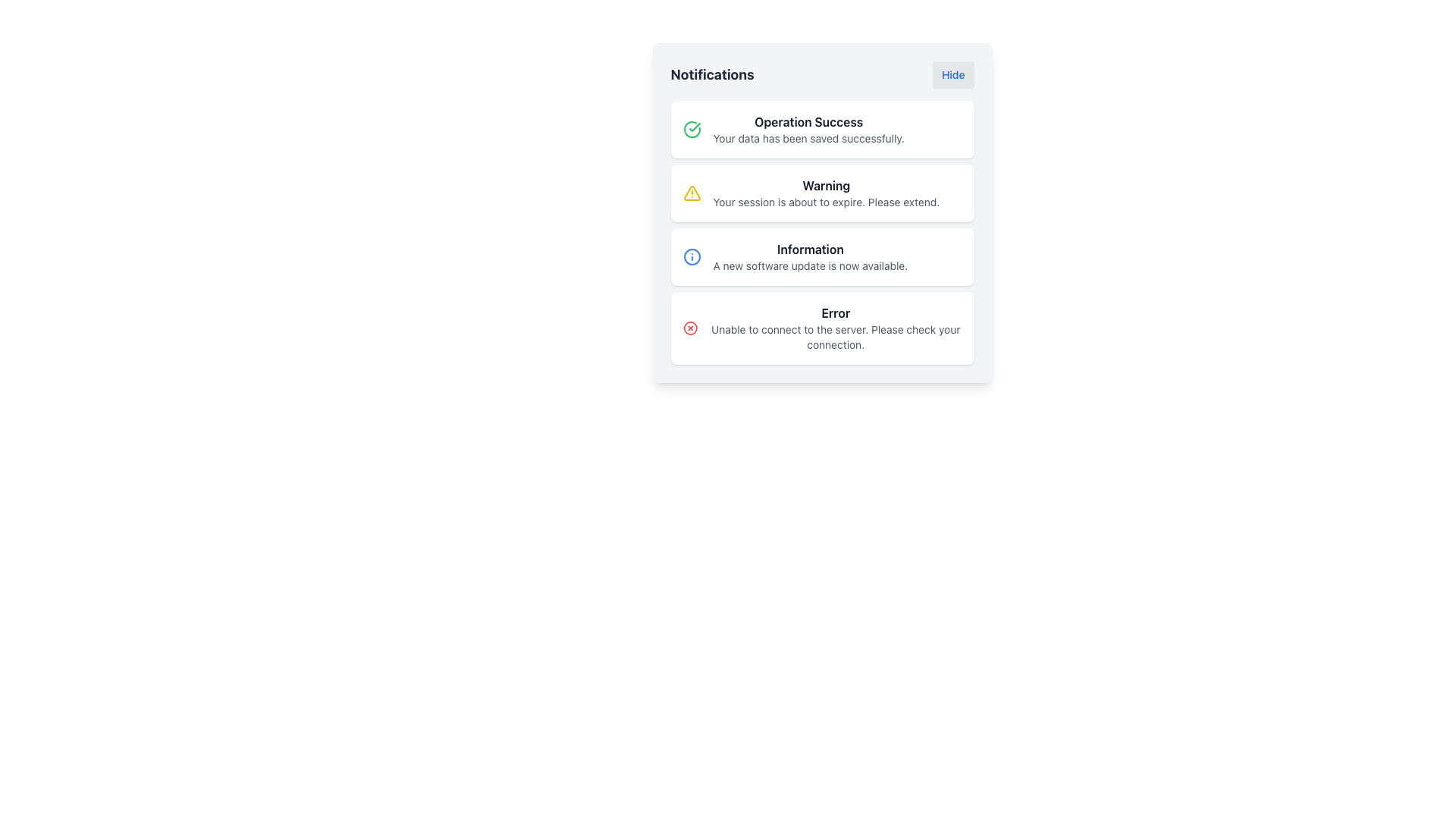 Image resolution: width=1456 pixels, height=819 pixels. What do you see at coordinates (825, 185) in the screenshot?
I see `text label displaying 'Warning' in bold font, located in the second notification message of the notification panel` at bounding box center [825, 185].